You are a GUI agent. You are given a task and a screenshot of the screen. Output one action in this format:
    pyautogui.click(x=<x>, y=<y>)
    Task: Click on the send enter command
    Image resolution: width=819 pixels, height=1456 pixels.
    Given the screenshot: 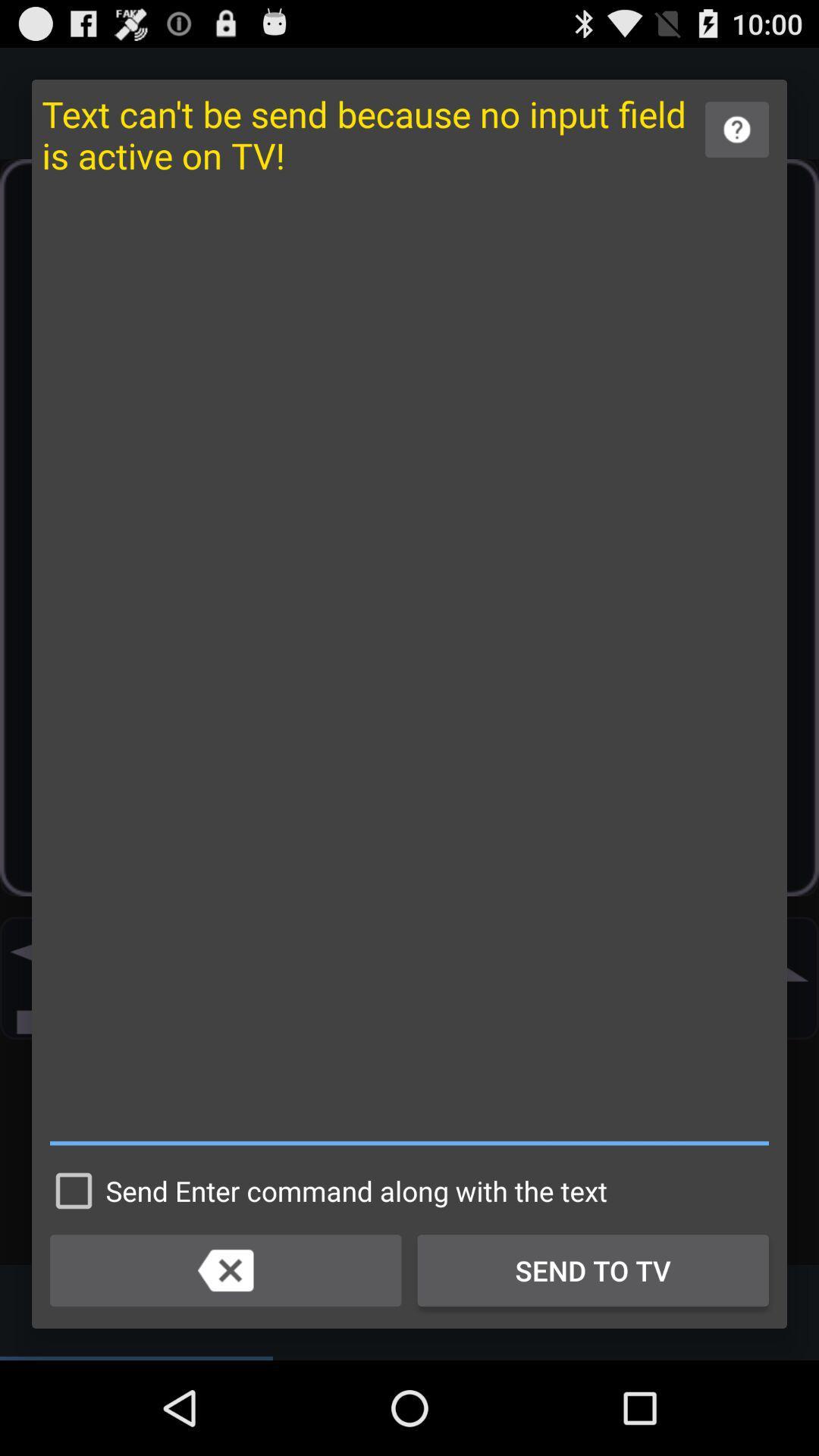 What is the action you would take?
    pyautogui.click(x=324, y=1190)
    